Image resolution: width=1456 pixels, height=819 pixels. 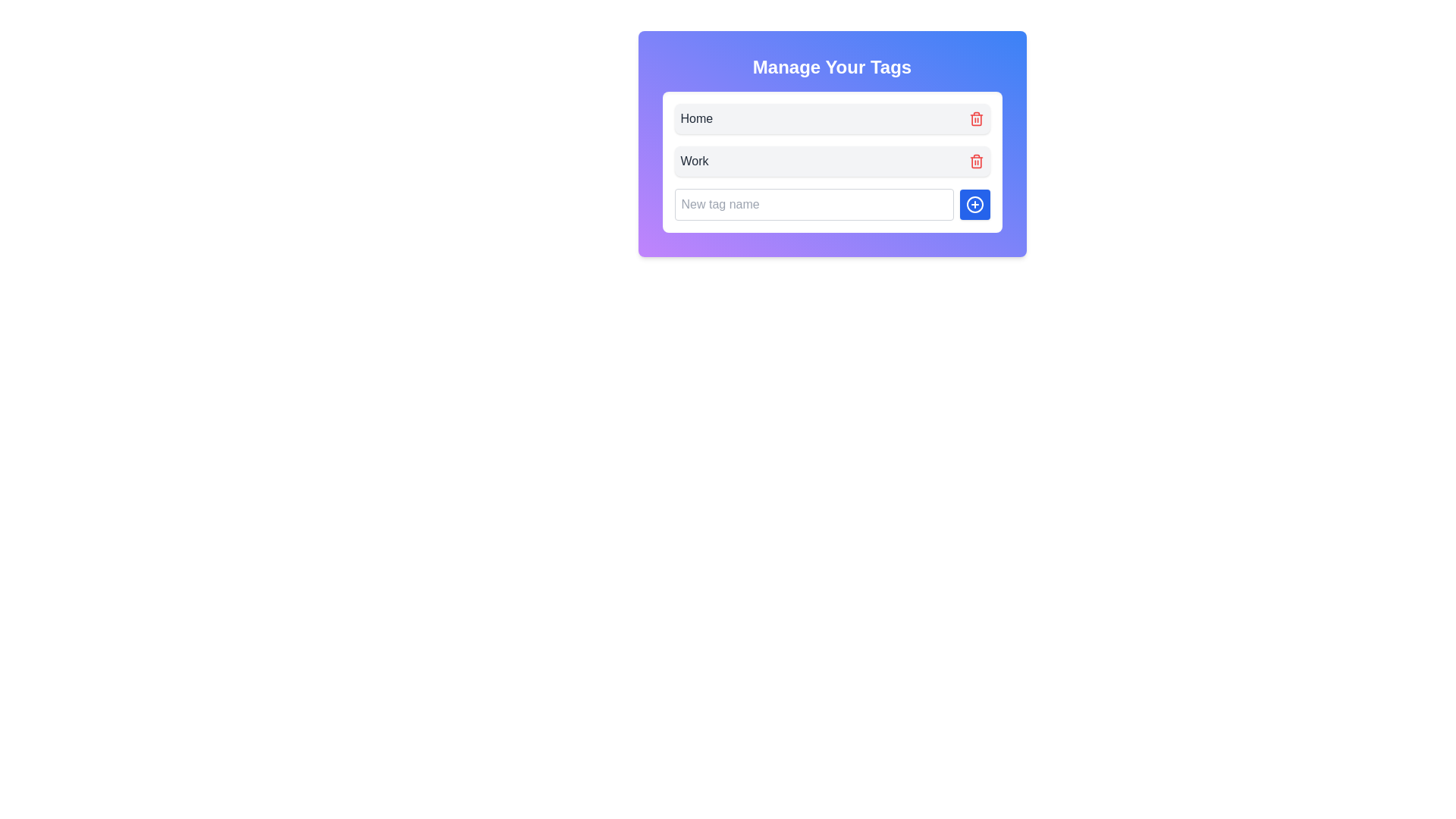 I want to click on the blue circular icon with a white border located at the bottom-right of the 'Manage Your Tags' box, adjacent to an input field, so click(x=974, y=205).